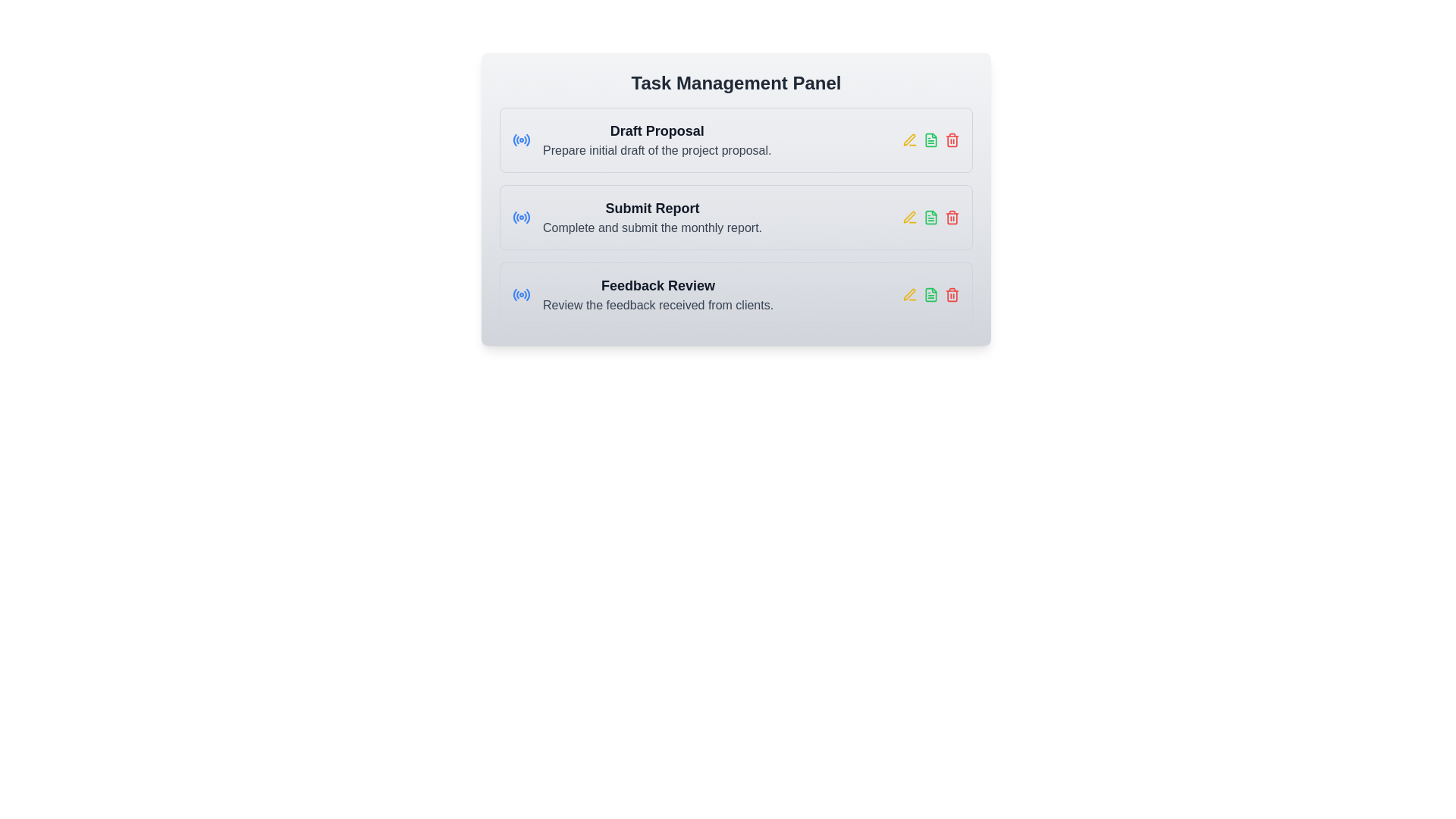 The image size is (1456, 819). What do you see at coordinates (952, 140) in the screenshot?
I see `the delete icon located at the farthest right of the 'Draft Proposal' task row` at bounding box center [952, 140].